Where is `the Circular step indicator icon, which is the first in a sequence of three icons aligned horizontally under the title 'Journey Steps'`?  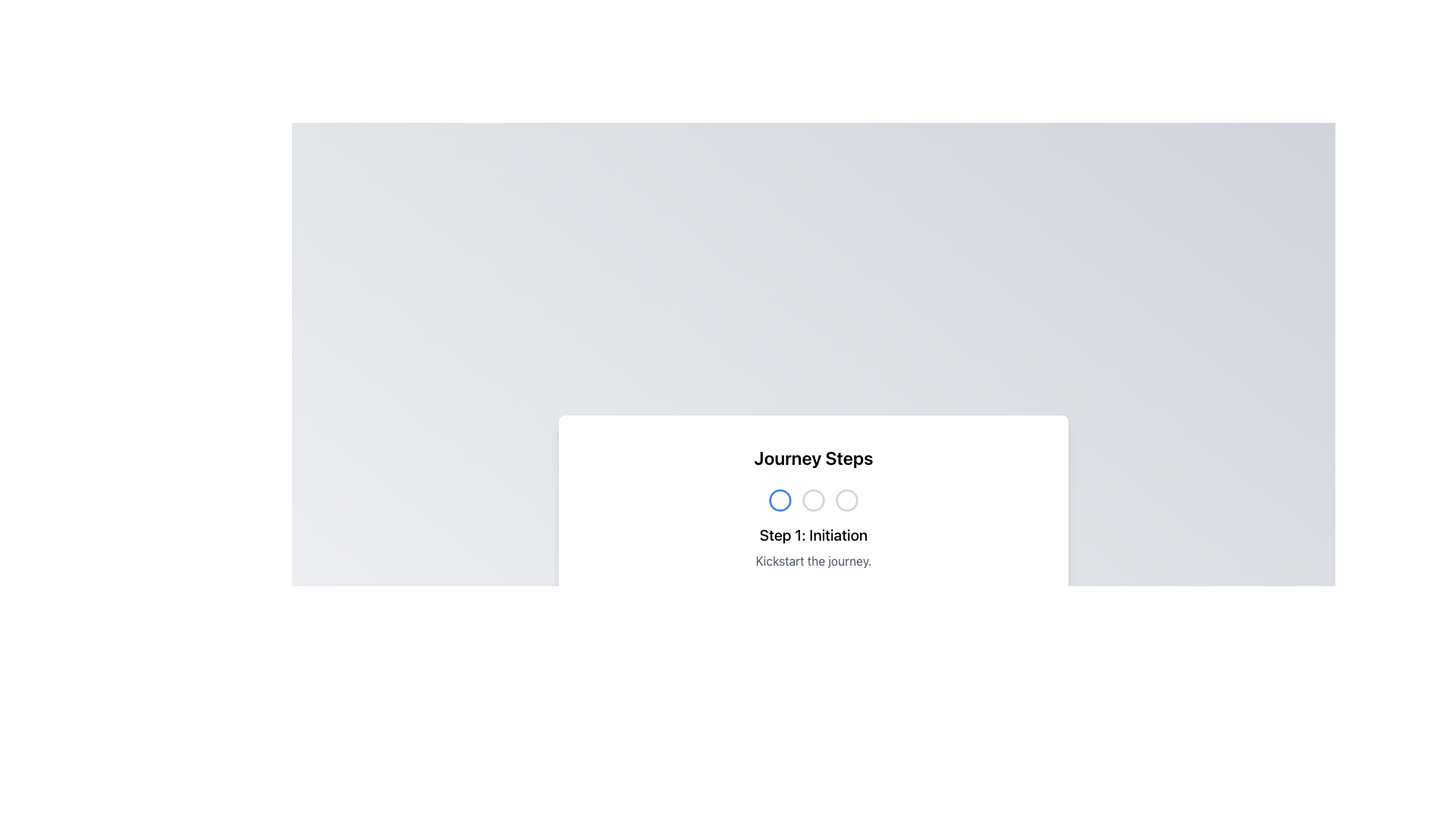
the Circular step indicator icon, which is the first in a sequence of three icons aligned horizontally under the title 'Journey Steps' is located at coordinates (780, 500).